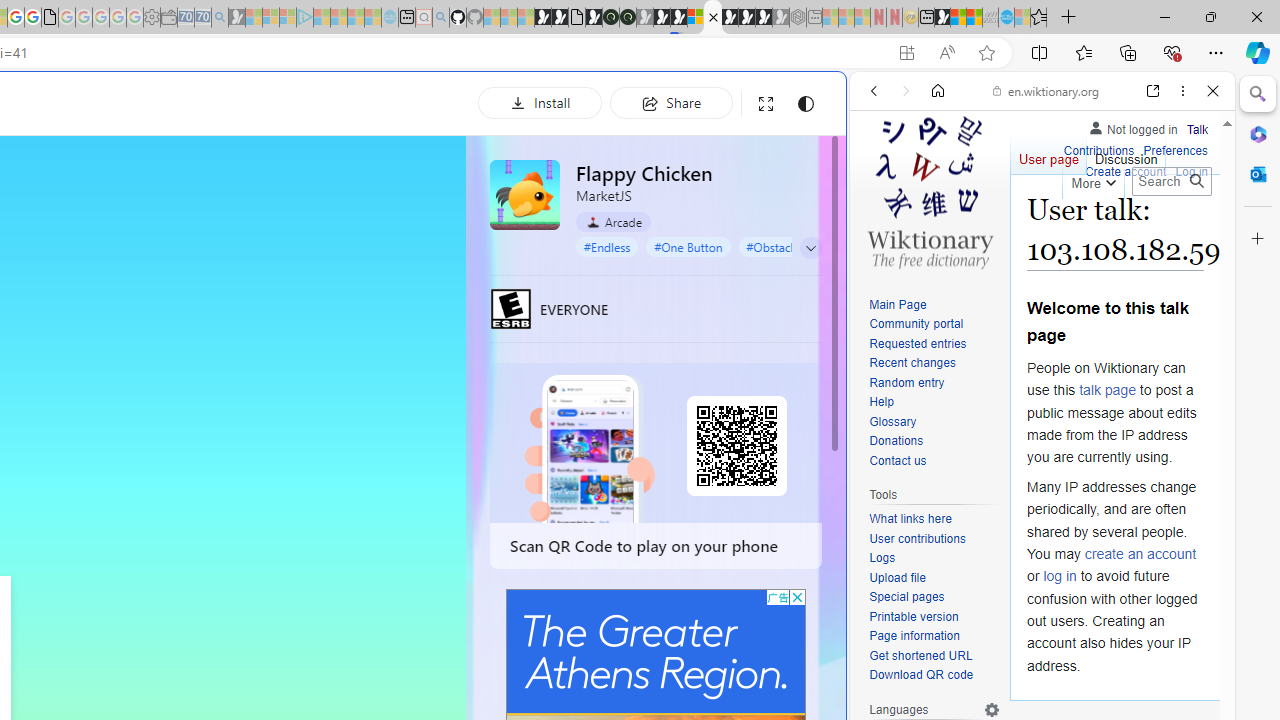 The image size is (1280, 720). What do you see at coordinates (934, 675) in the screenshot?
I see `'Download QR code'` at bounding box center [934, 675].